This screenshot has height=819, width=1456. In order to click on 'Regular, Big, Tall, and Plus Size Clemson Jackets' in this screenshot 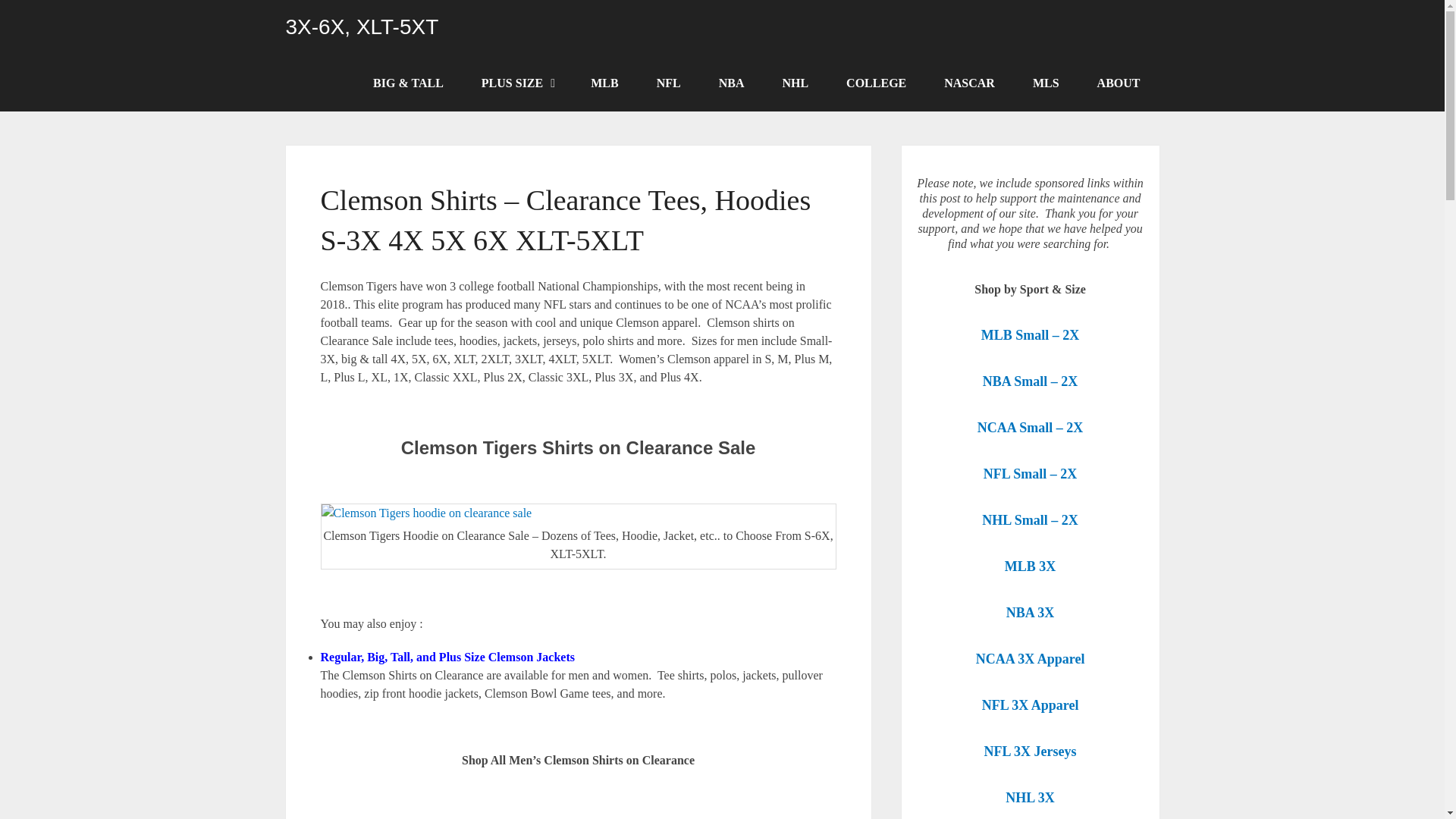, I will do `click(446, 656)`.